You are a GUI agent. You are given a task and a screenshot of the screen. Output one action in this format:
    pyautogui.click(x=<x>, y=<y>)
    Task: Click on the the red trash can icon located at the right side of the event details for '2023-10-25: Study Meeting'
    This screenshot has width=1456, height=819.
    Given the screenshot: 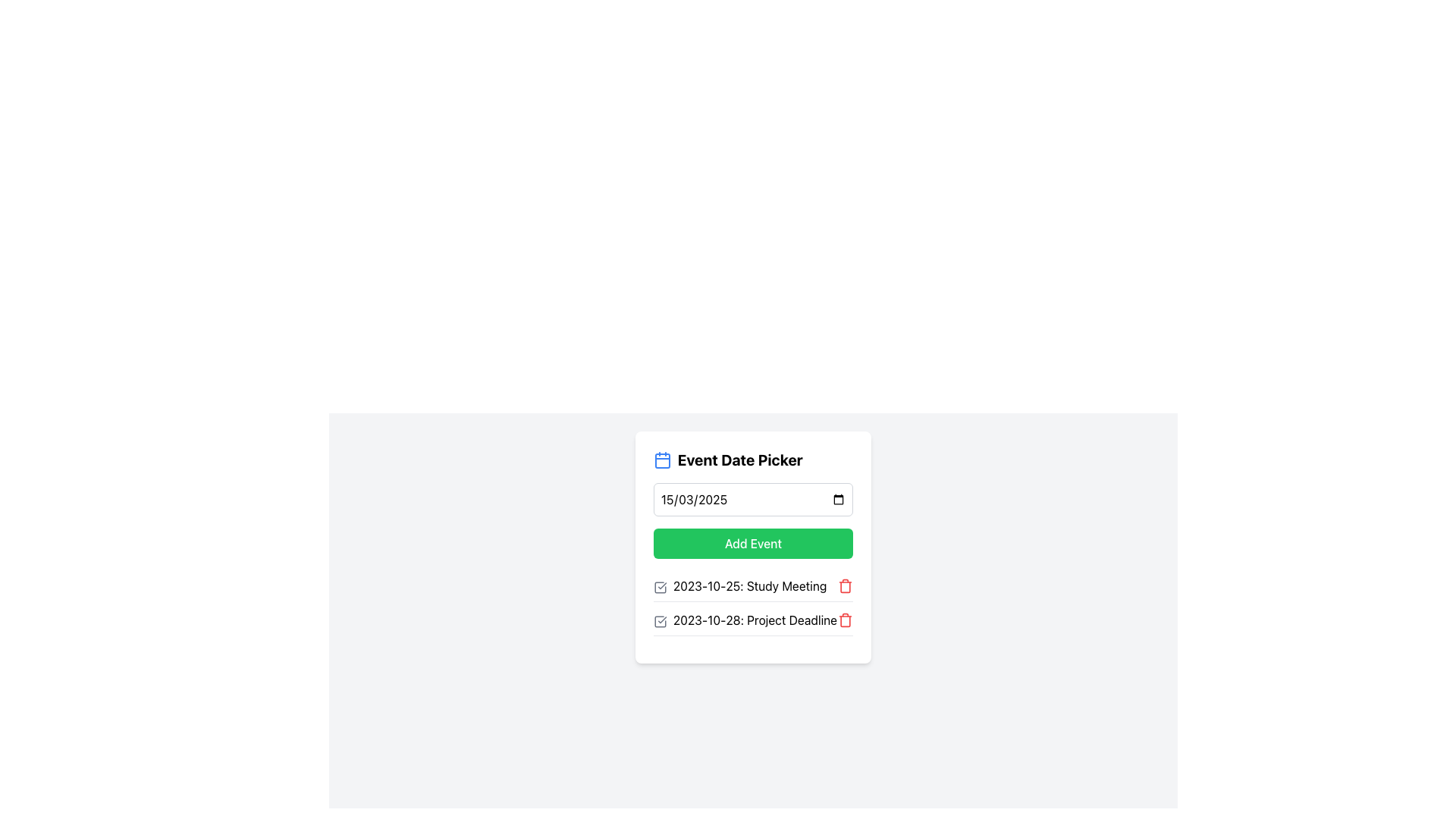 What is the action you would take?
    pyautogui.click(x=845, y=585)
    